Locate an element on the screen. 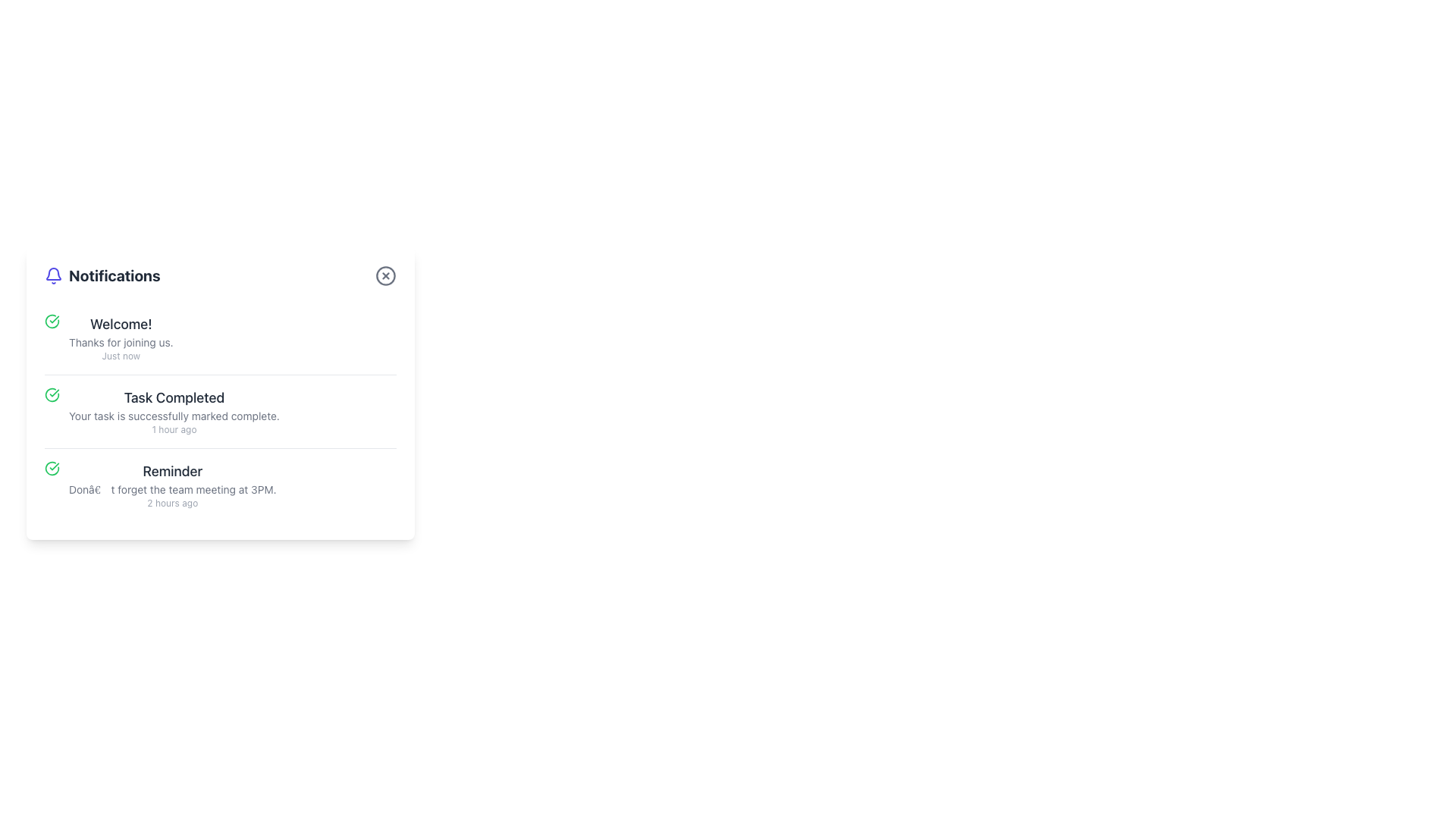 The height and width of the screenshot is (819, 1456). feedback message provided by the Text Label located beneath the 'Task Completed' heading and above the timestamp '1 hour ago.' is located at coordinates (174, 416).